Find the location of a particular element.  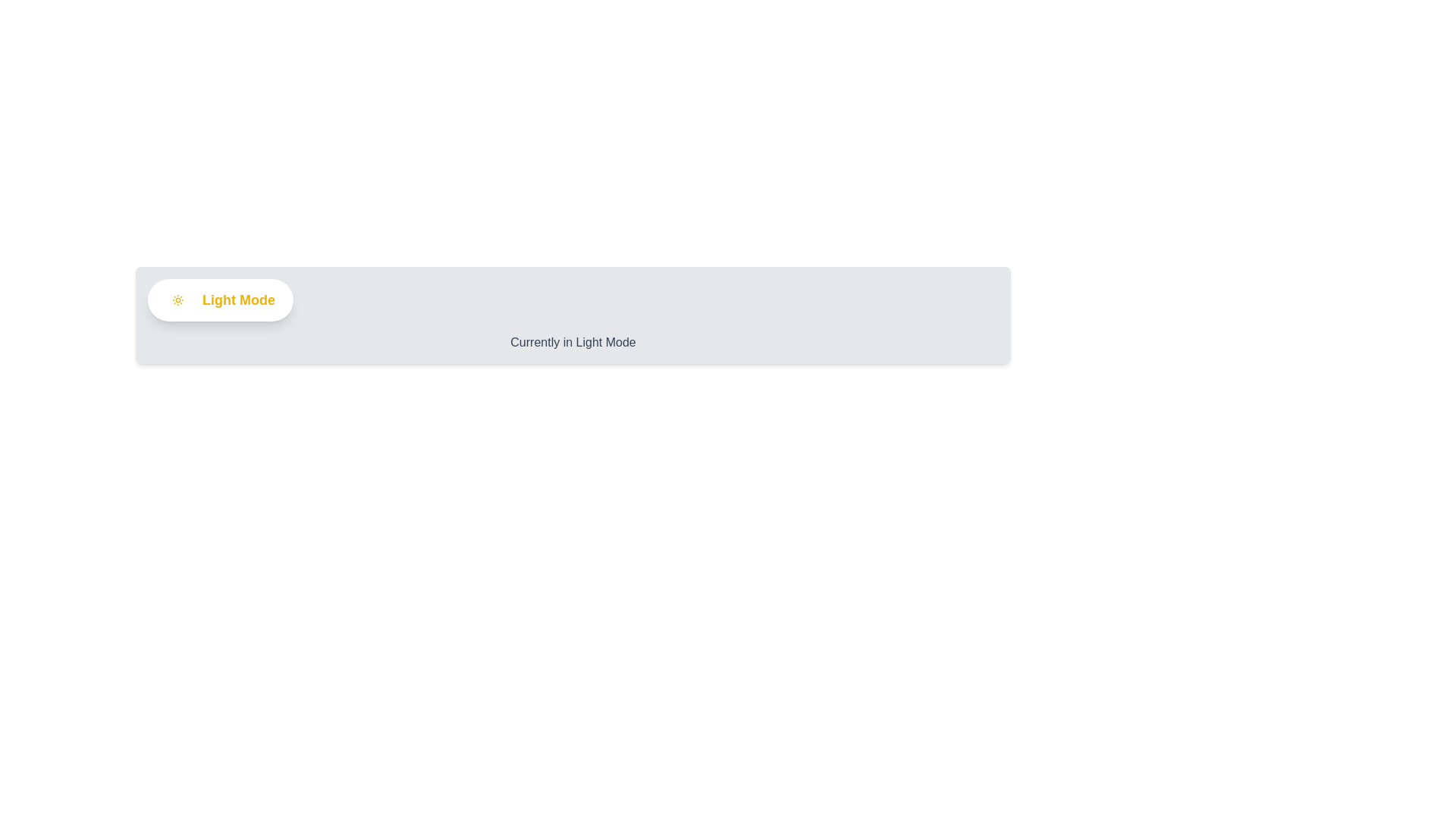

the 'ThemeToggleButton' to toggle the theme is located at coordinates (218, 300).